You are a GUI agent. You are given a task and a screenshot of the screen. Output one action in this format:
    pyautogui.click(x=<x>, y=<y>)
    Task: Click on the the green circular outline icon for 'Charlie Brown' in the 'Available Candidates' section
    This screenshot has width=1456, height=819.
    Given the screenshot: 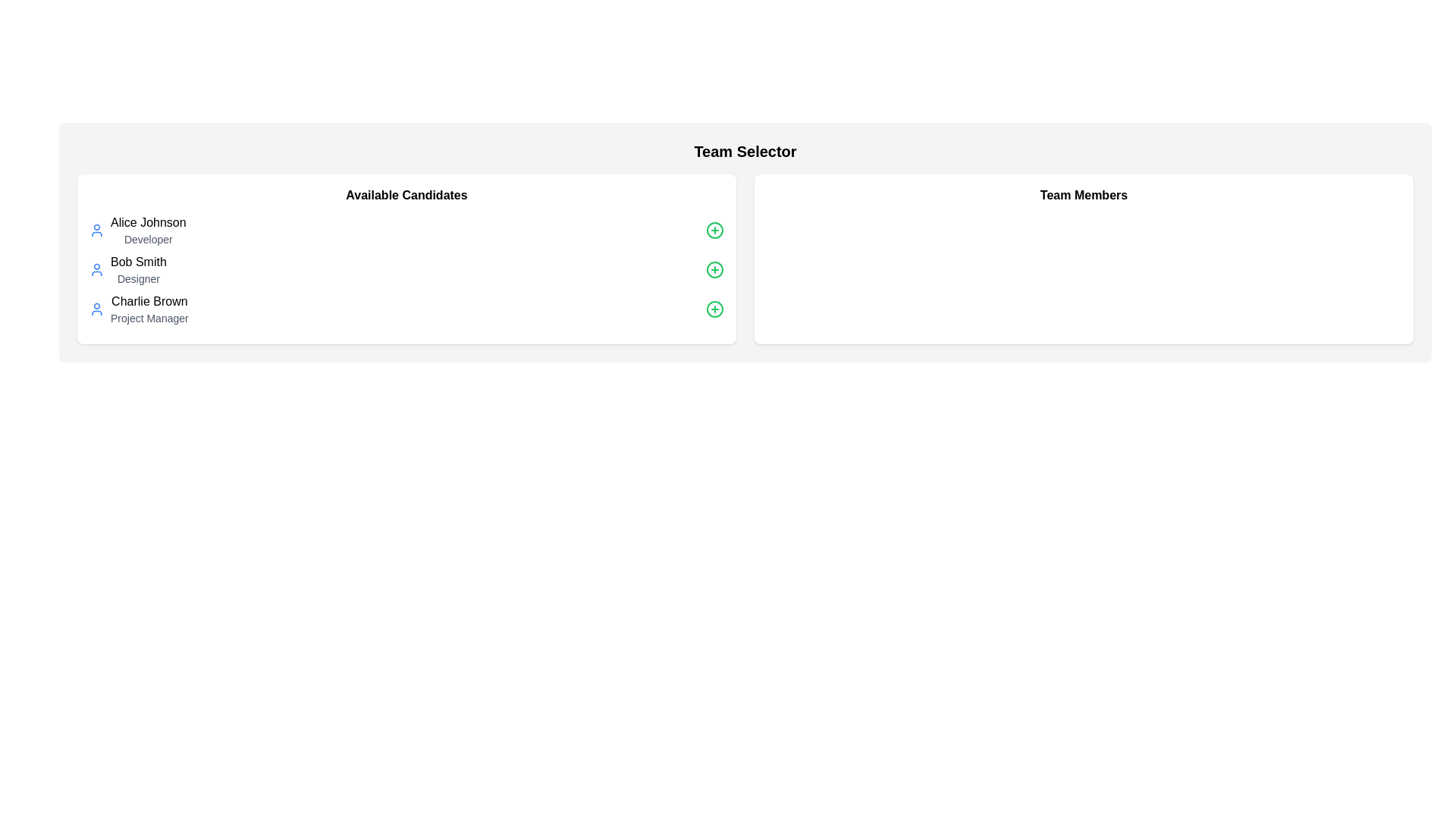 What is the action you would take?
    pyautogui.click(x=714, y=309)
    